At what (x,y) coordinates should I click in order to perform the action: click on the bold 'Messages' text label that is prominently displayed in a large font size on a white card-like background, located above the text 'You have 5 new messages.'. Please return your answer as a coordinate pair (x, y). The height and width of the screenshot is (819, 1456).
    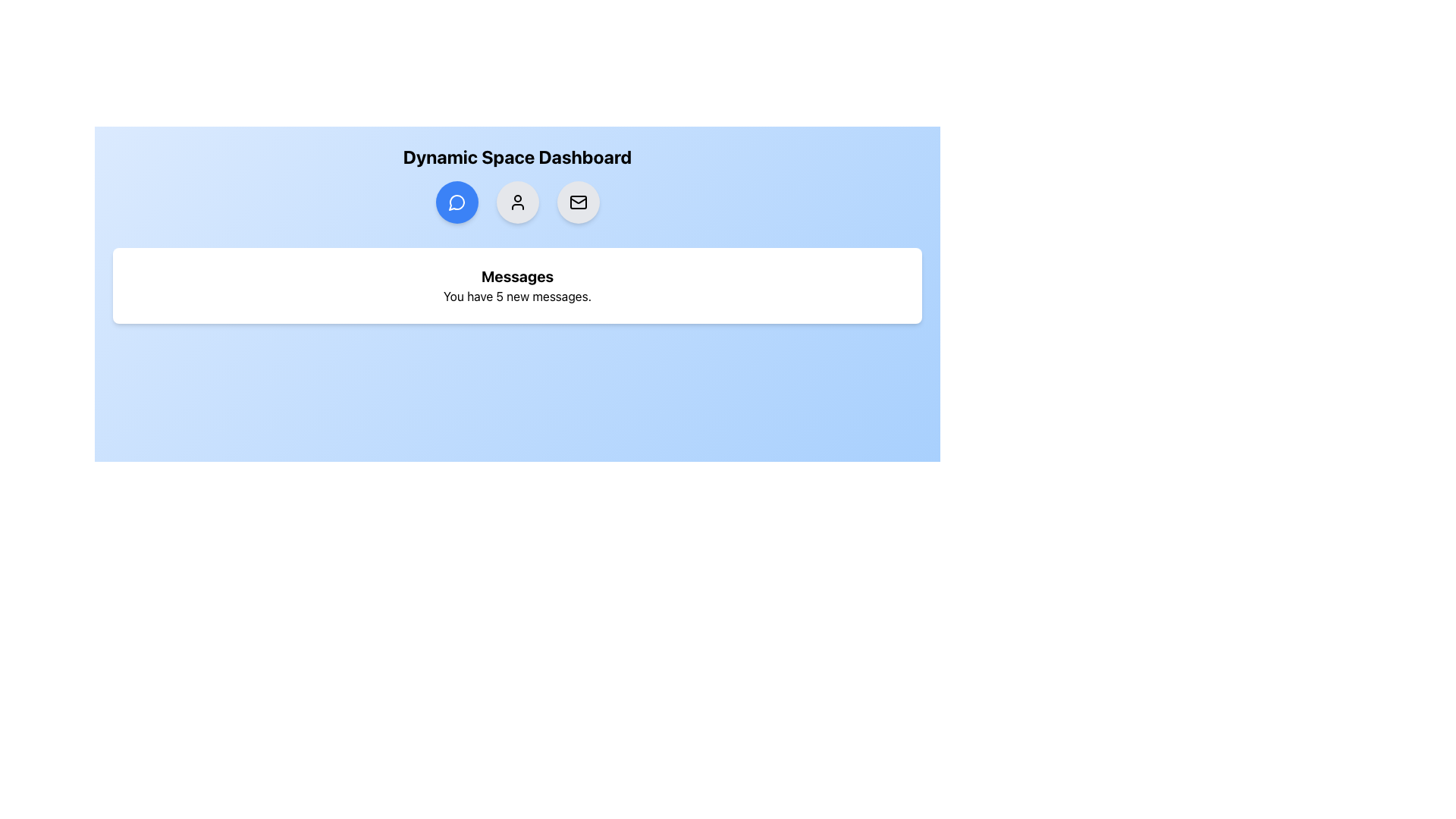
    Looking at the image, I should click on (517, 277).